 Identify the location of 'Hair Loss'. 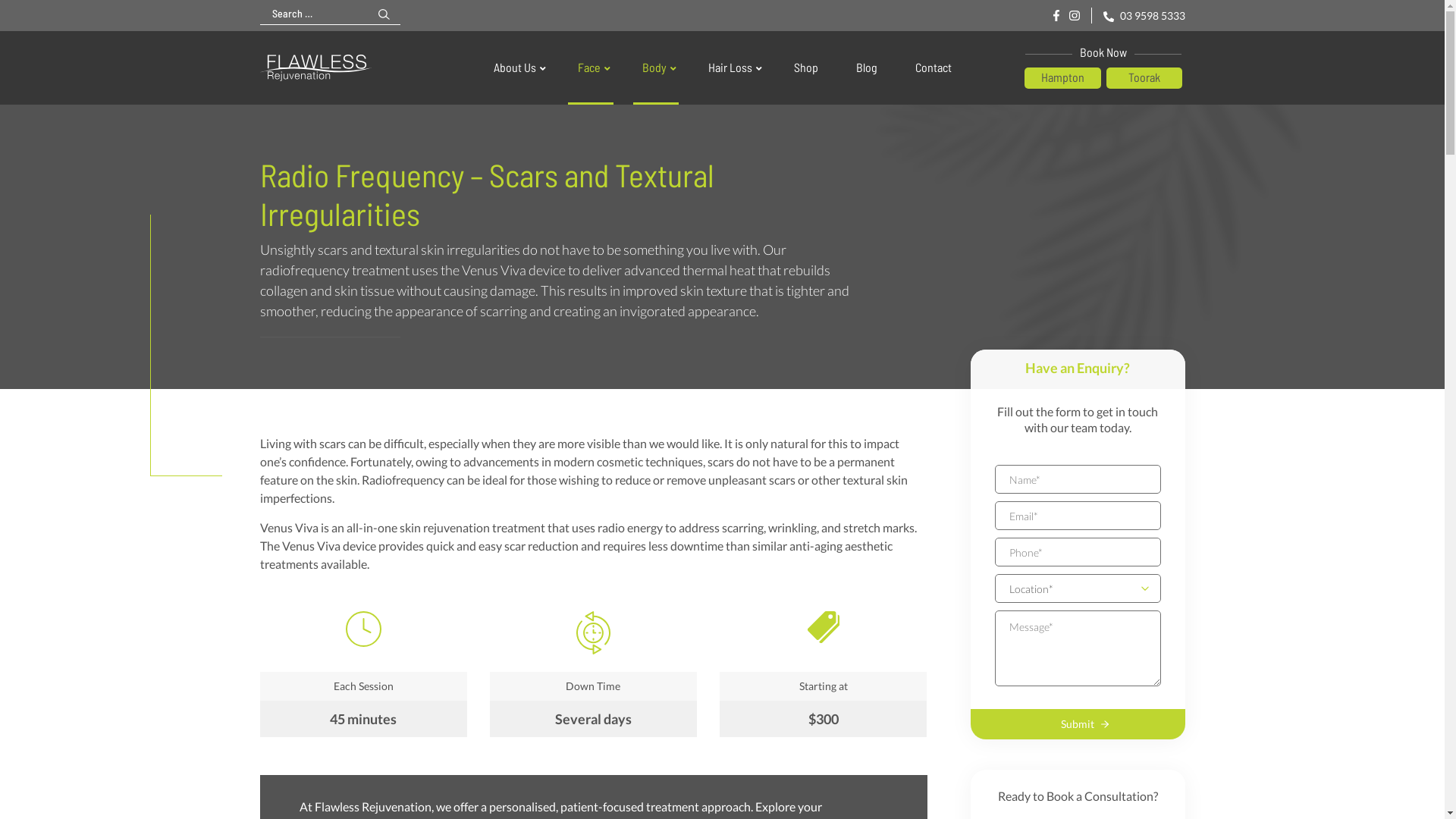
(732, 67).